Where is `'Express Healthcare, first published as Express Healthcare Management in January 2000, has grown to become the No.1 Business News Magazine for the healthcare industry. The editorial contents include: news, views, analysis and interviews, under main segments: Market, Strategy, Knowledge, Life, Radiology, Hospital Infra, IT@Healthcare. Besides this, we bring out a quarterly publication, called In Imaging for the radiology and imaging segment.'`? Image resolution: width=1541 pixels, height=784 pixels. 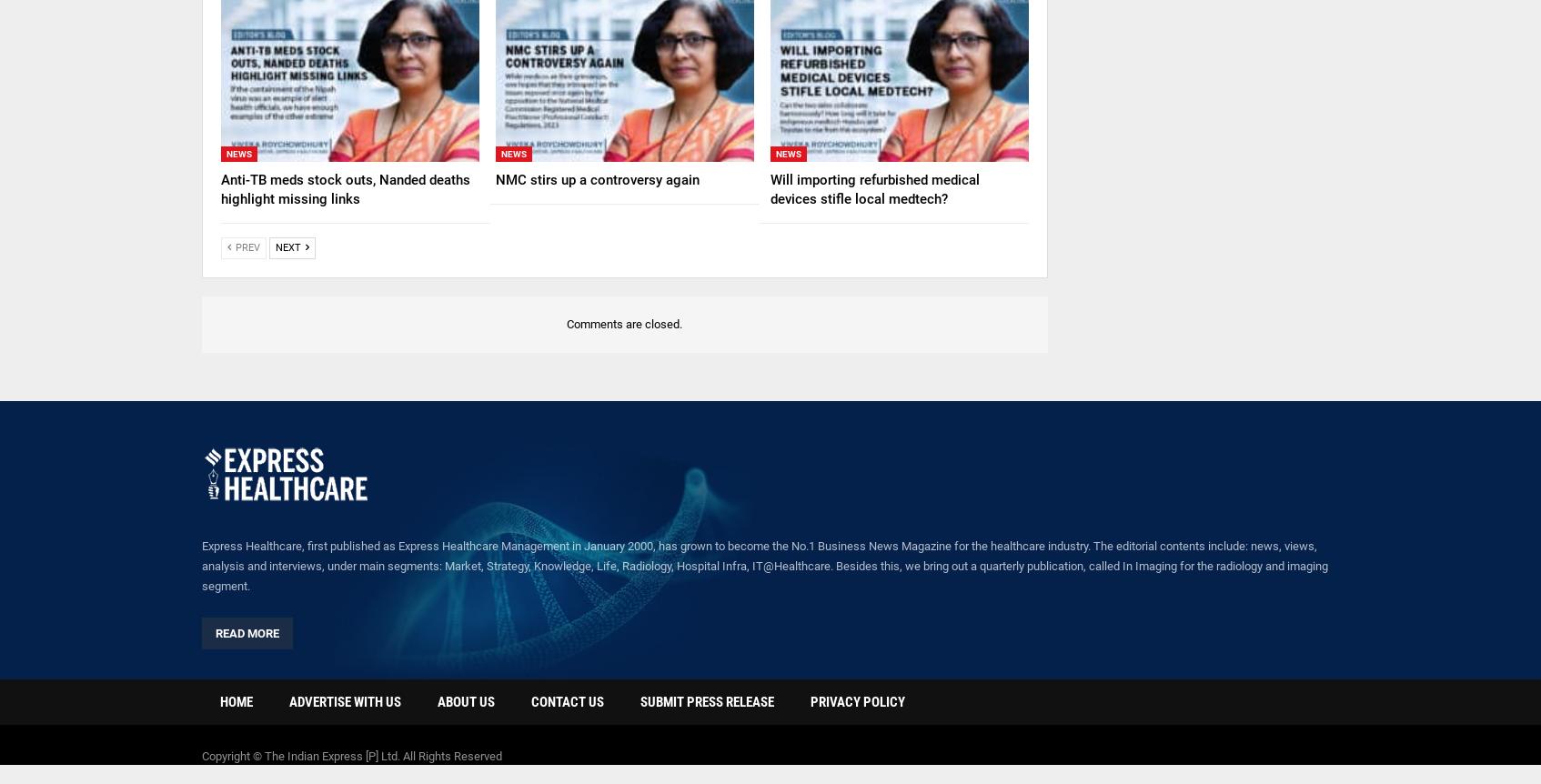 'Express Healthcare, first published as Express Healthcare Management in January 2000, has grown to become the No.1 Business News Magazine for the healthcare industry. The editorial contents include: news, views, analysis and interviews, under main segments: Market, Strategy, Knowledge, Life, Radiology, Hospital Infra, IT@Healthcare. Besides this, we bring out a quarterly publication, called In Imaging for the radiology and imaging segment.' is located at coordinates (765, 566).